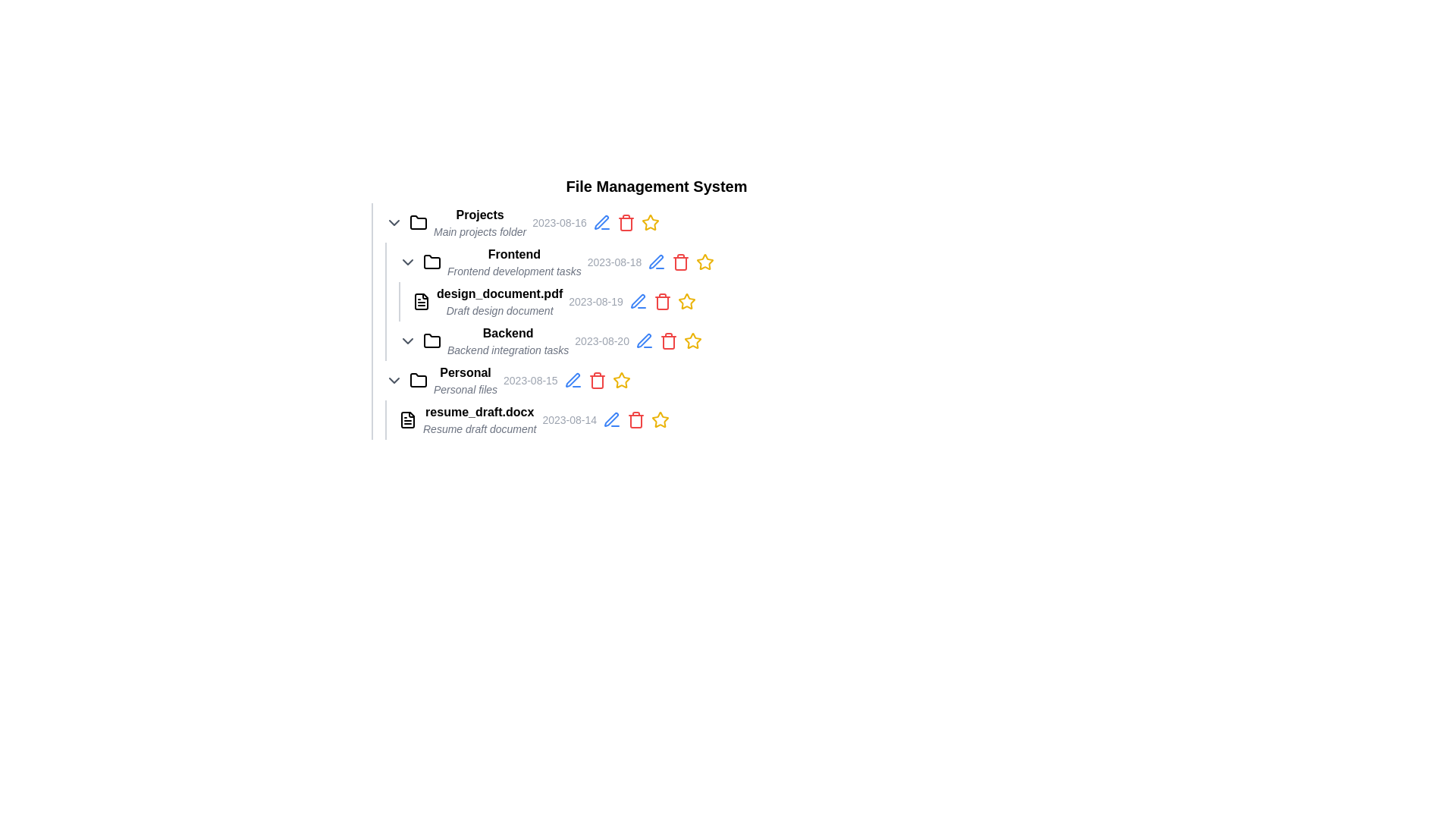  Describe the element at coordinates (465, 373) in the screenshot. I see `the 'Personal' folder label located under the 'Backend' folder in the file management system` at that location.